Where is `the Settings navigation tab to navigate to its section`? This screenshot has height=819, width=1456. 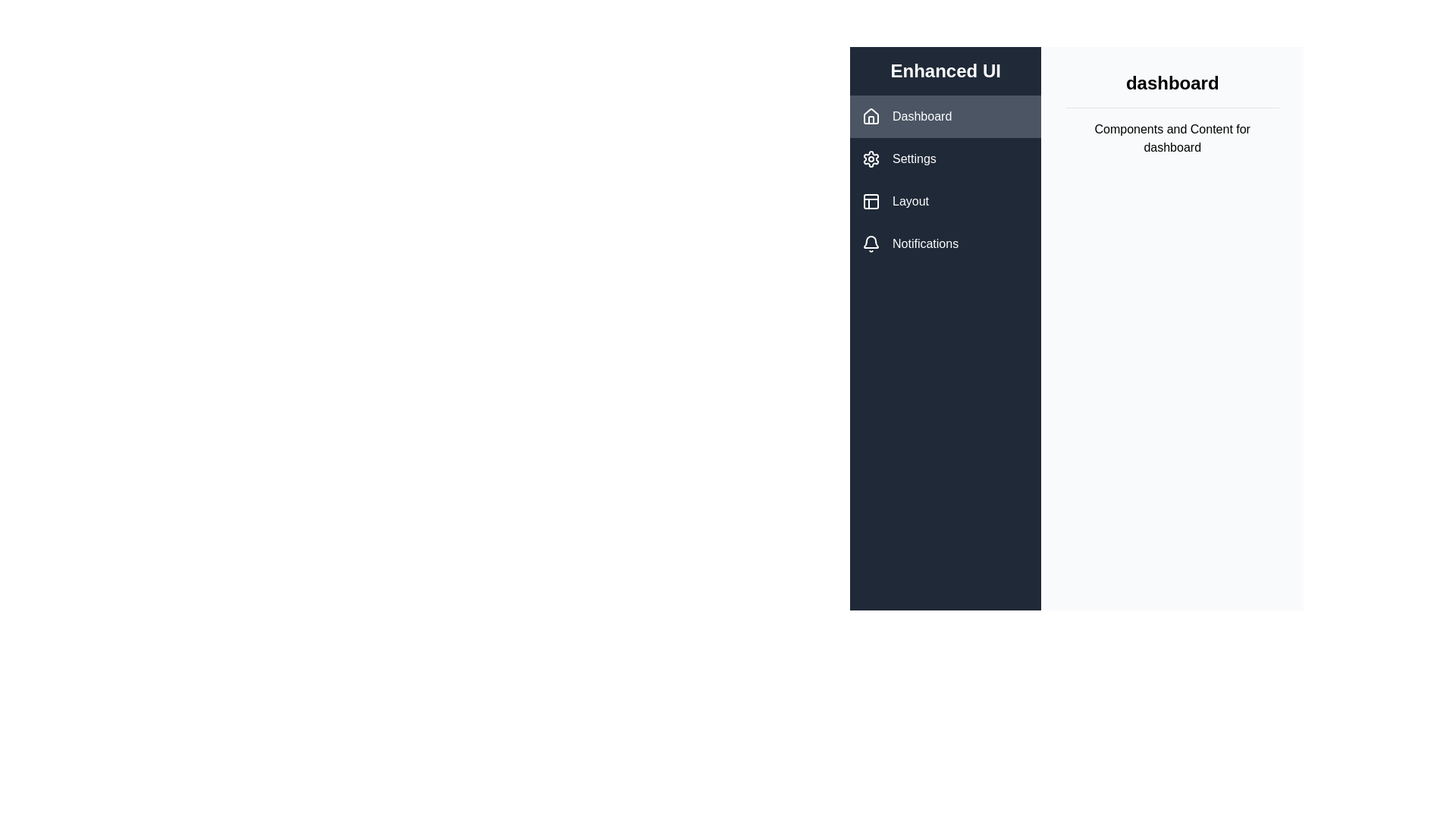 the Settings navigation tab to navigate to its section is located at coordinates (945, 158).